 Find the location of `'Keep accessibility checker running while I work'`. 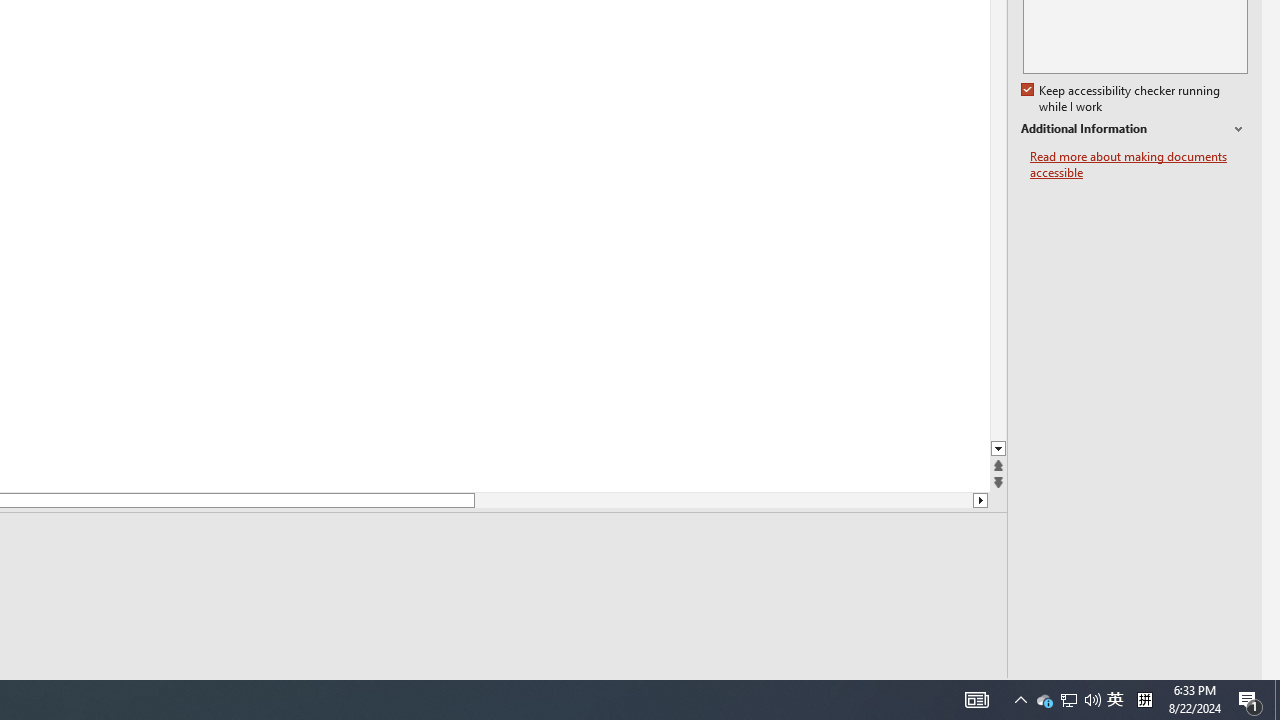

'Keep accessibility checker running while I work' is located at coordinates (1122, 99).